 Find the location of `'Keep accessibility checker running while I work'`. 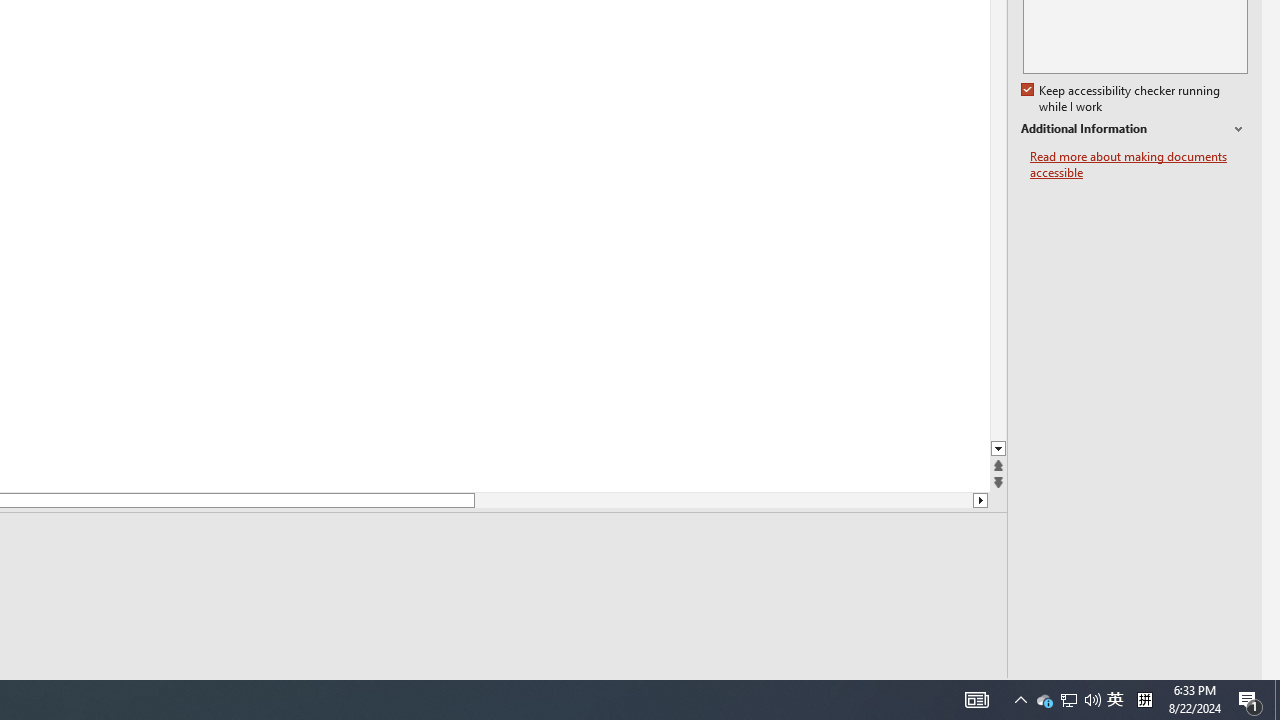

'Keep accessibility checker running while I work' is located at coordinates (1122, 99).